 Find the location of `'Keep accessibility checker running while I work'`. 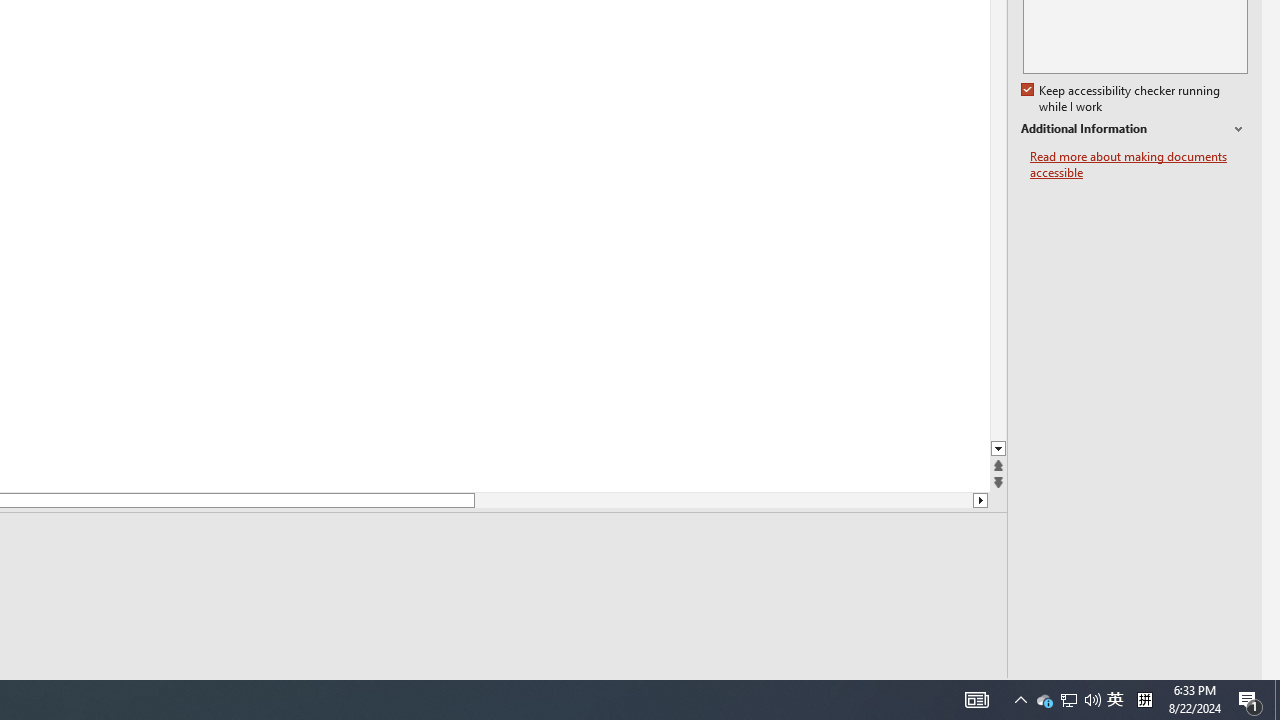

'Keep accessibility checker running while I work' is located at coordinates (1122, 99).